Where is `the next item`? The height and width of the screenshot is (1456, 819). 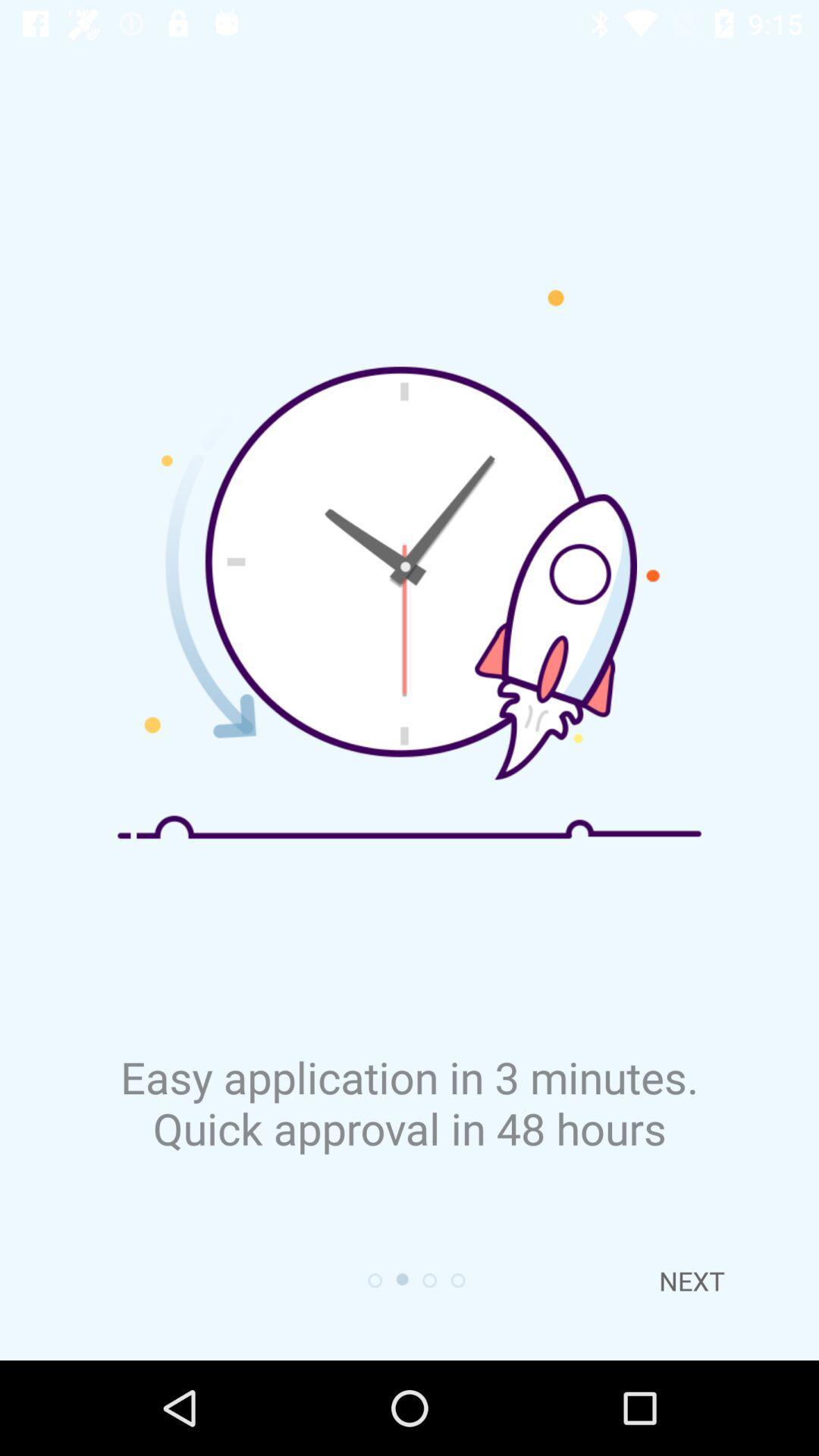
the next item is located at coordinates (691, 1280).